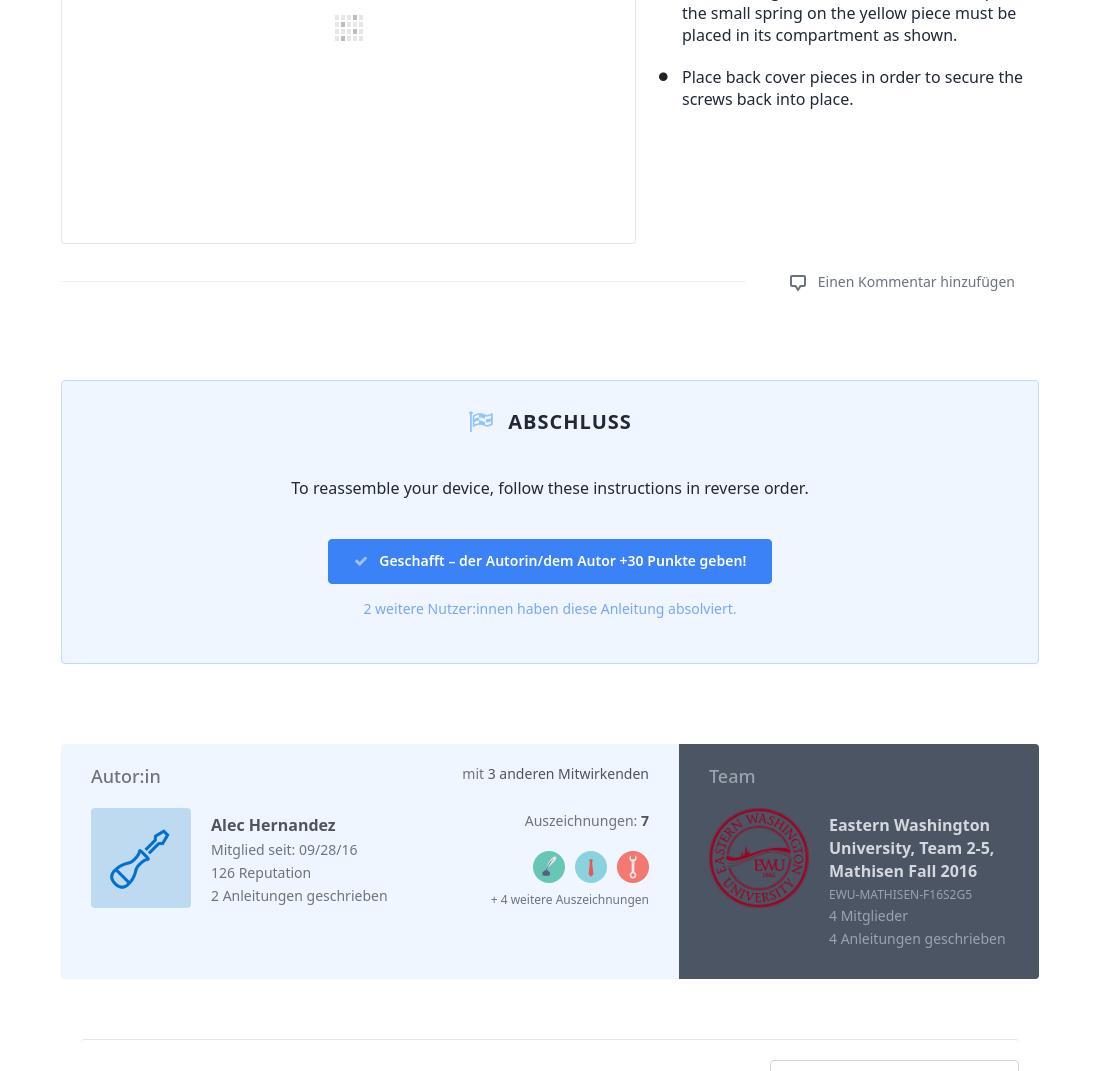 The height and width of the screenshot is (1071, 1110). I want to click on 'EWU-MATHISEN-F16S2G5', so click(900, 893).